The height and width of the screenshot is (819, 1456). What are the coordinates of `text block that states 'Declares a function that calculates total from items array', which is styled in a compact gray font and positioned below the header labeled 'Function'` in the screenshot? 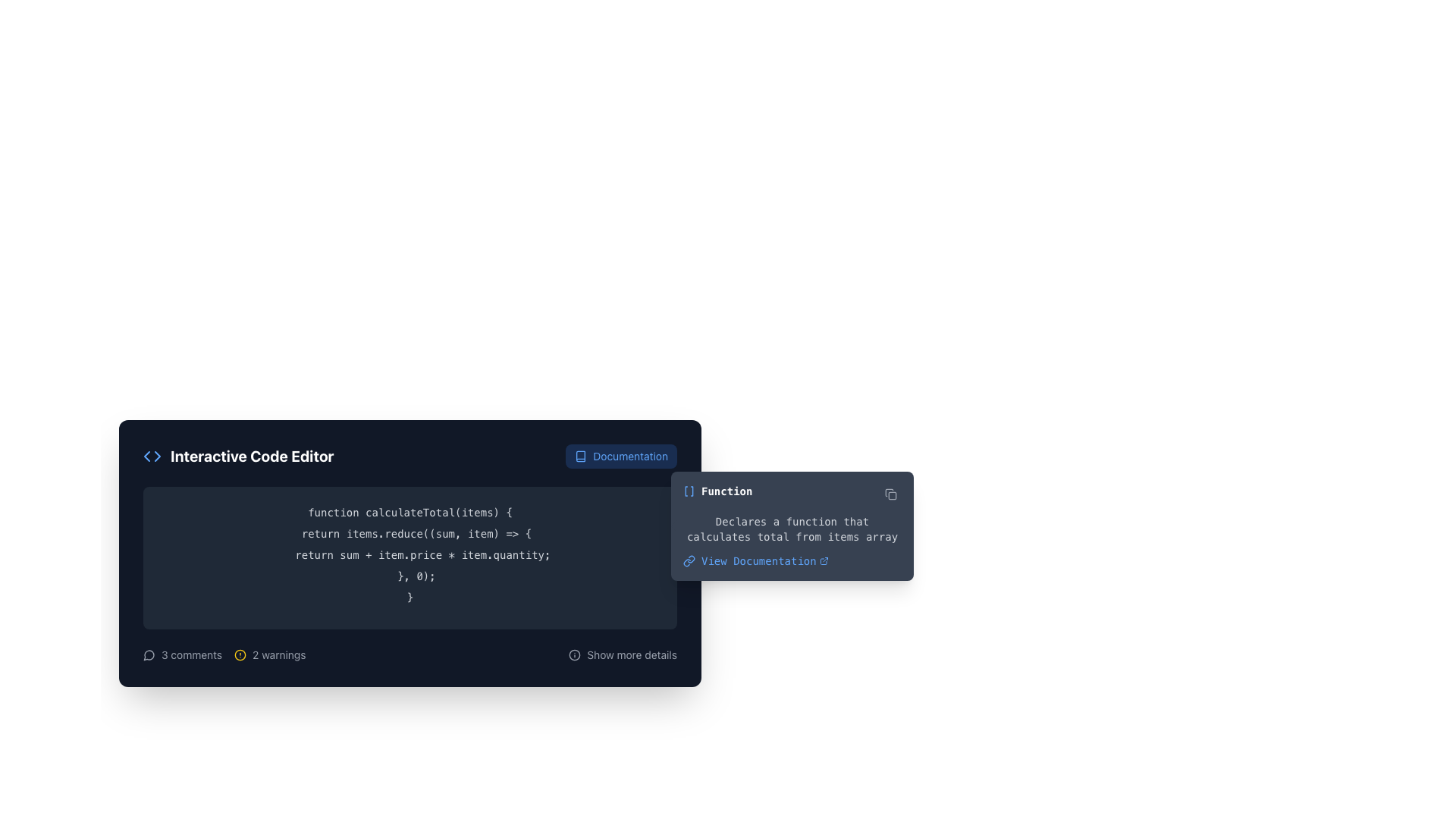 It's located at (792, 529).